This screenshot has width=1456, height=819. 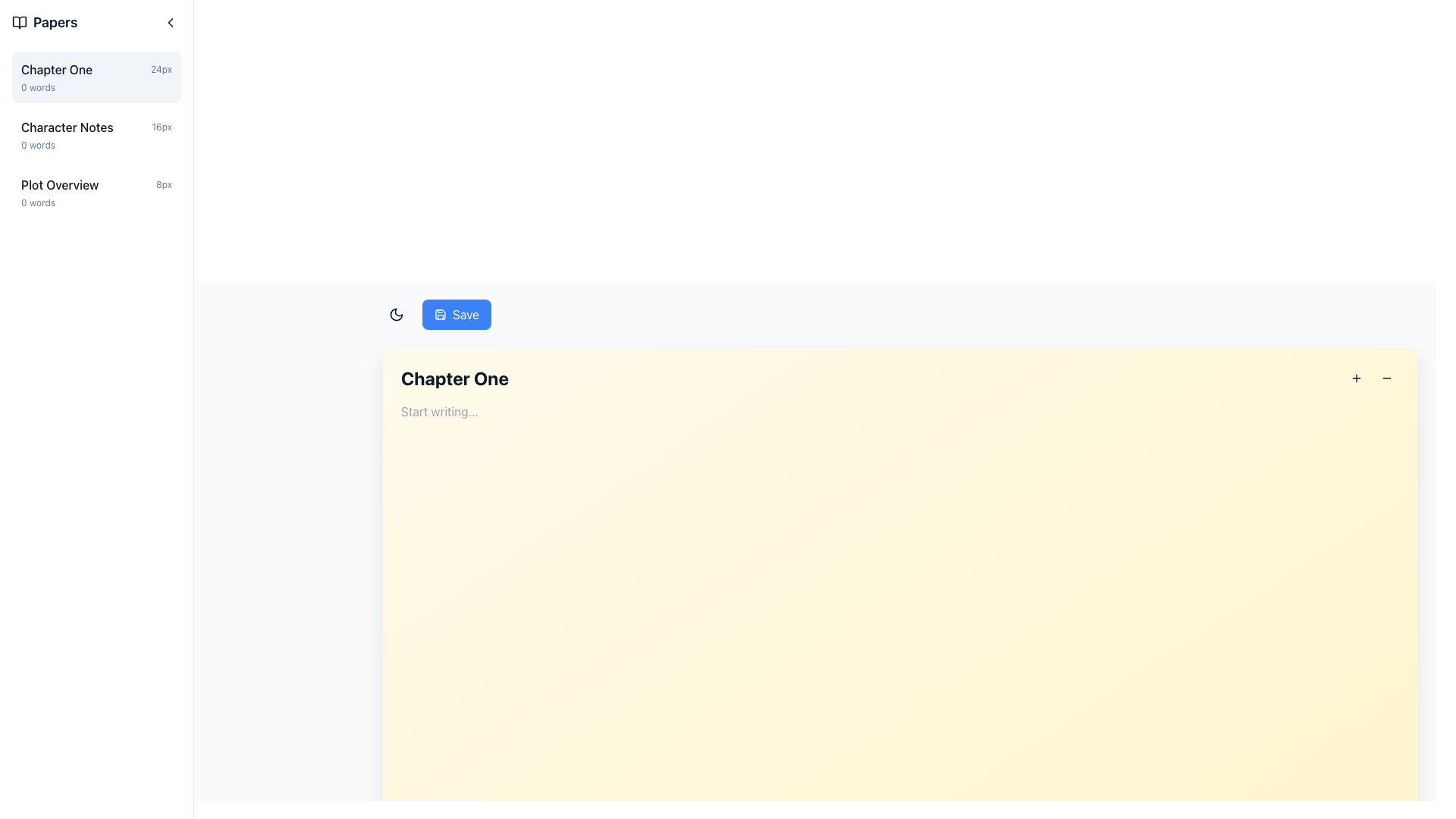 What do you see at coordinates (397, 314) in the screenshot?
I see `the moon-shaped icon` at bounding box center [397, 314].